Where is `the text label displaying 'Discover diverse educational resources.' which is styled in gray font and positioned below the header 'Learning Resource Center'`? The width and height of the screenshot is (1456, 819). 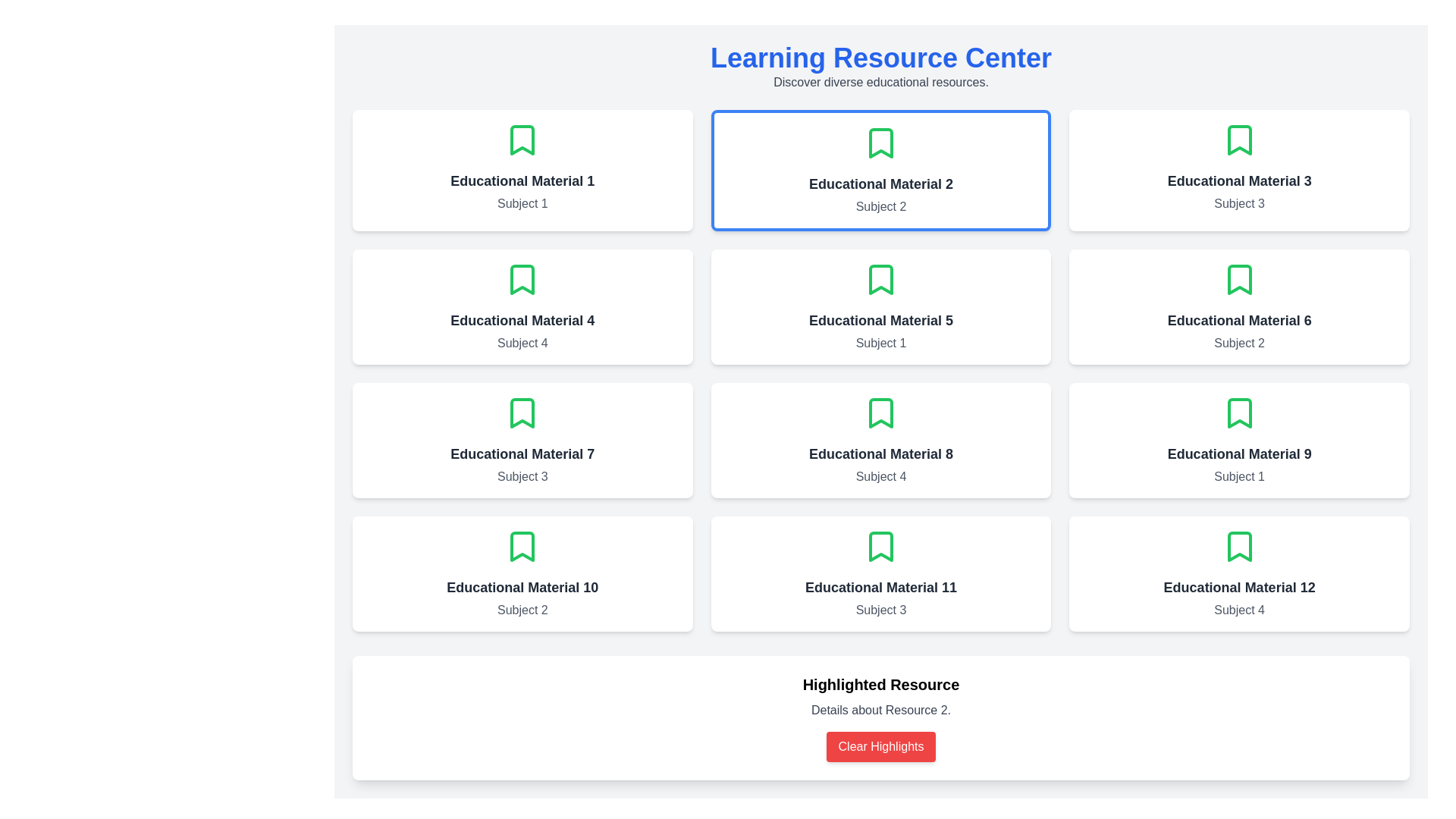 the text label displaying 'Discover diverse educational resources.' which is styled in gray font and positioned below the header 'Learning Resource Center' is located at coordinates (880, 82).